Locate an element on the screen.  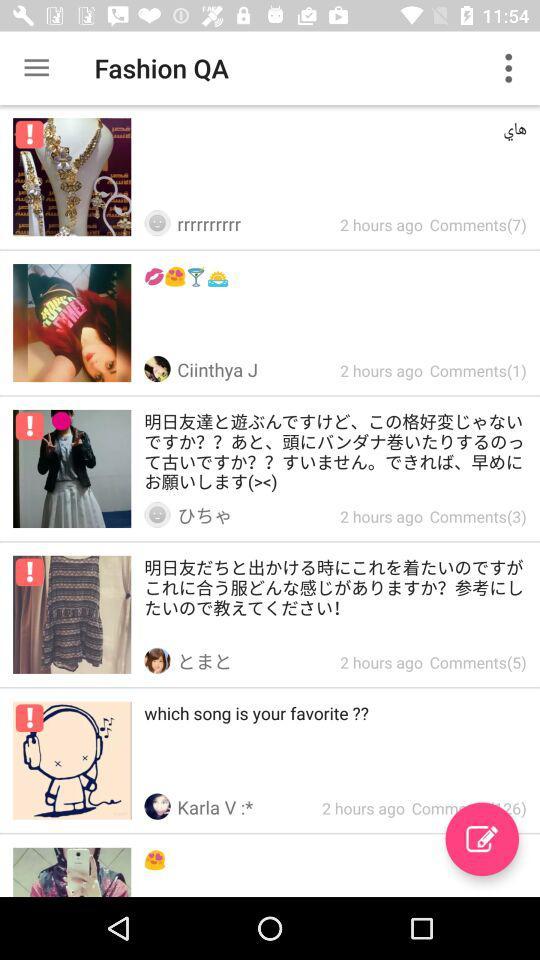
the item below the which song is icon is located at coordinates (481, 839).